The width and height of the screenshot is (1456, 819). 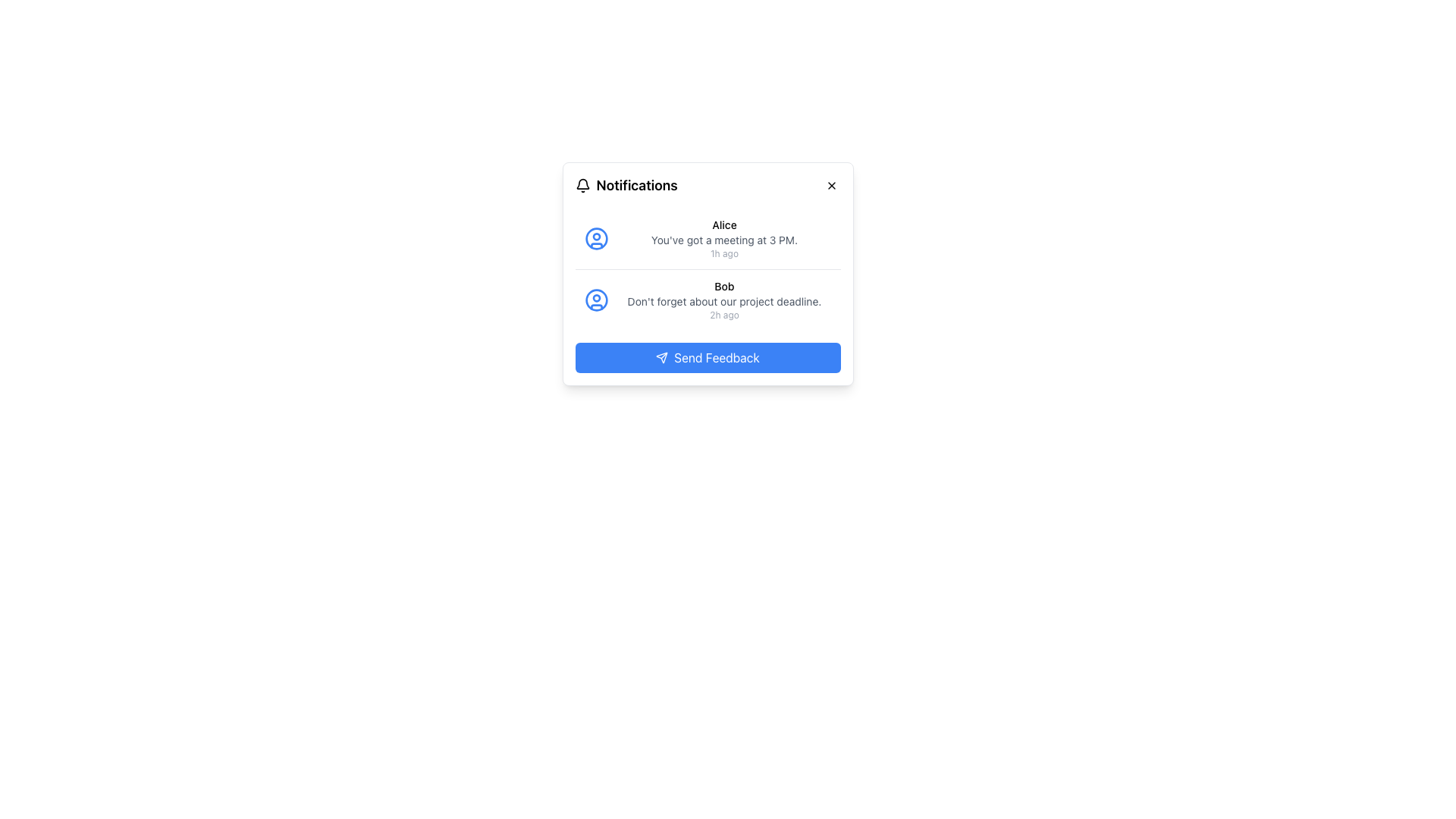 What do you see at coordinates (723, 301) in the screenshot?
I see `the static text displaying 'Don't forget about our project deadline.' which is located below the name 'Bob' in the notification card` at bounding box center [723, 301].